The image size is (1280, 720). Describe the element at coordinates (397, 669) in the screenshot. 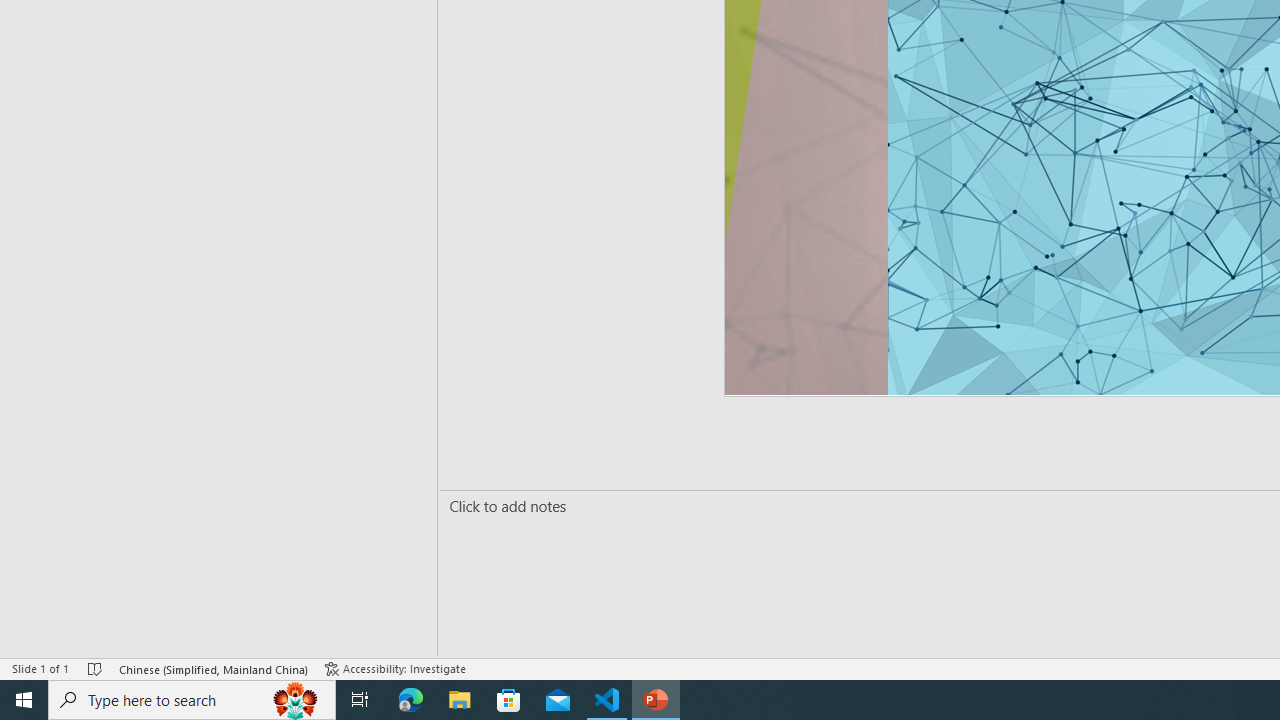

I see `'Accessibility Checker Accessibility: Investigate'` at that location.